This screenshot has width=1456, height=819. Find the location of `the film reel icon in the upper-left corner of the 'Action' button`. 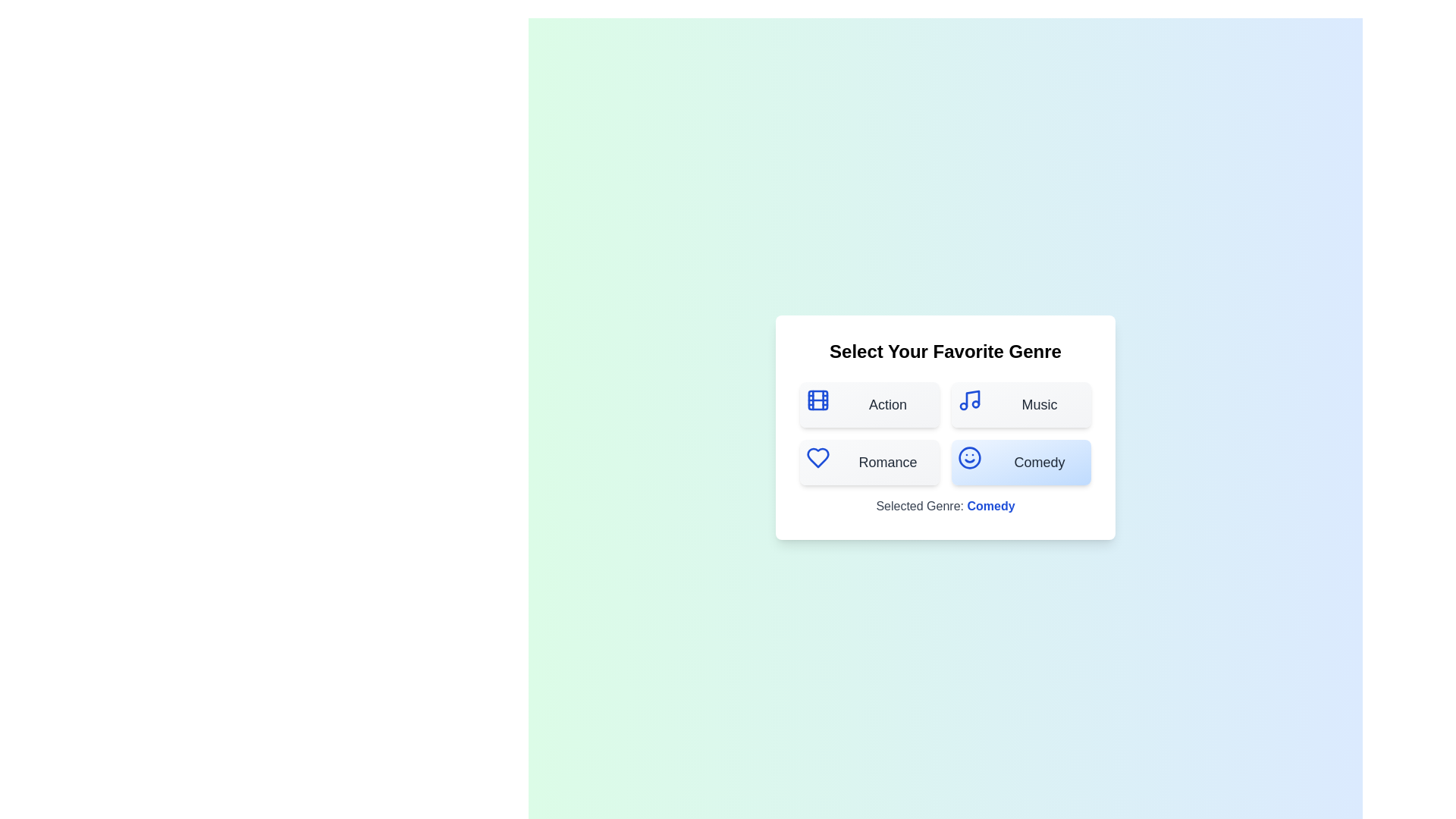

the film reel icon in the upper-left corner of the 'Action' button is located at coordinates (817, 400).